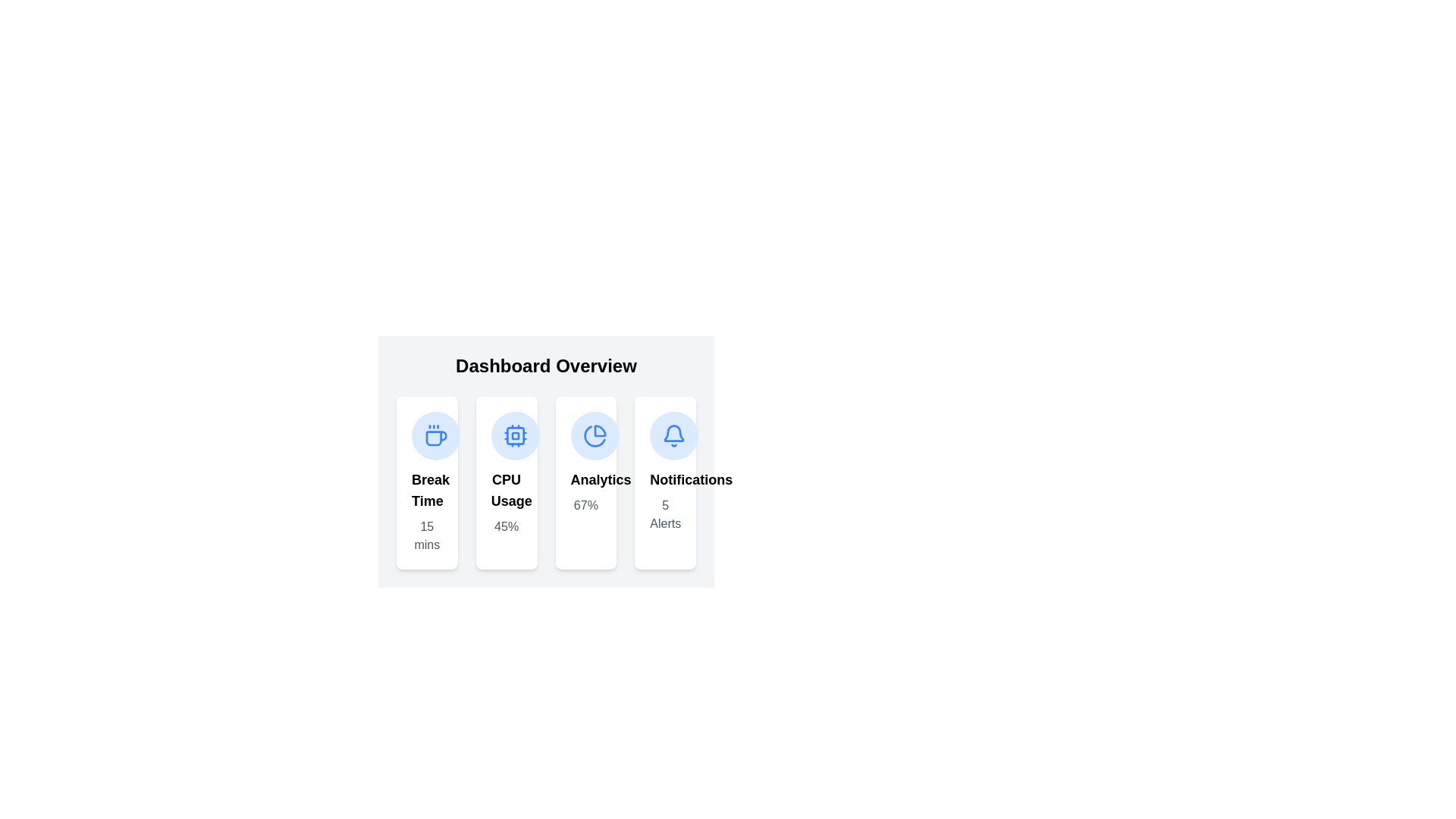  Describe the element at coordinates (507, 526) in the screenshot. I see `the CPU usage statistic text label located in the second card from the left, centrally positioned below the 'CPU Usage' label` at that location.